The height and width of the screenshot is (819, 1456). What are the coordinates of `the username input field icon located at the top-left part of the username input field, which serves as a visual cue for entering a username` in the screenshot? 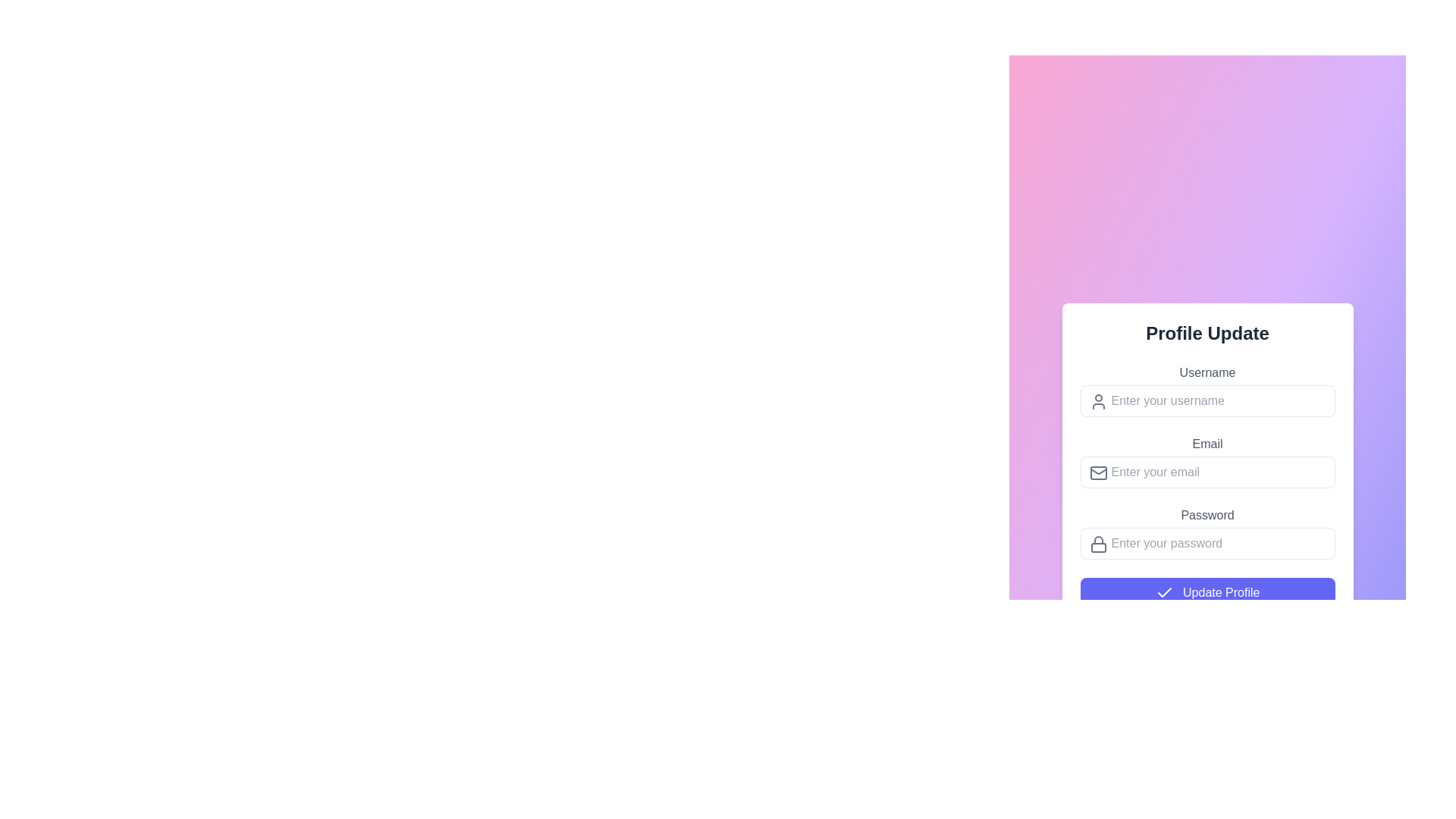 It's located at (1098, 400).